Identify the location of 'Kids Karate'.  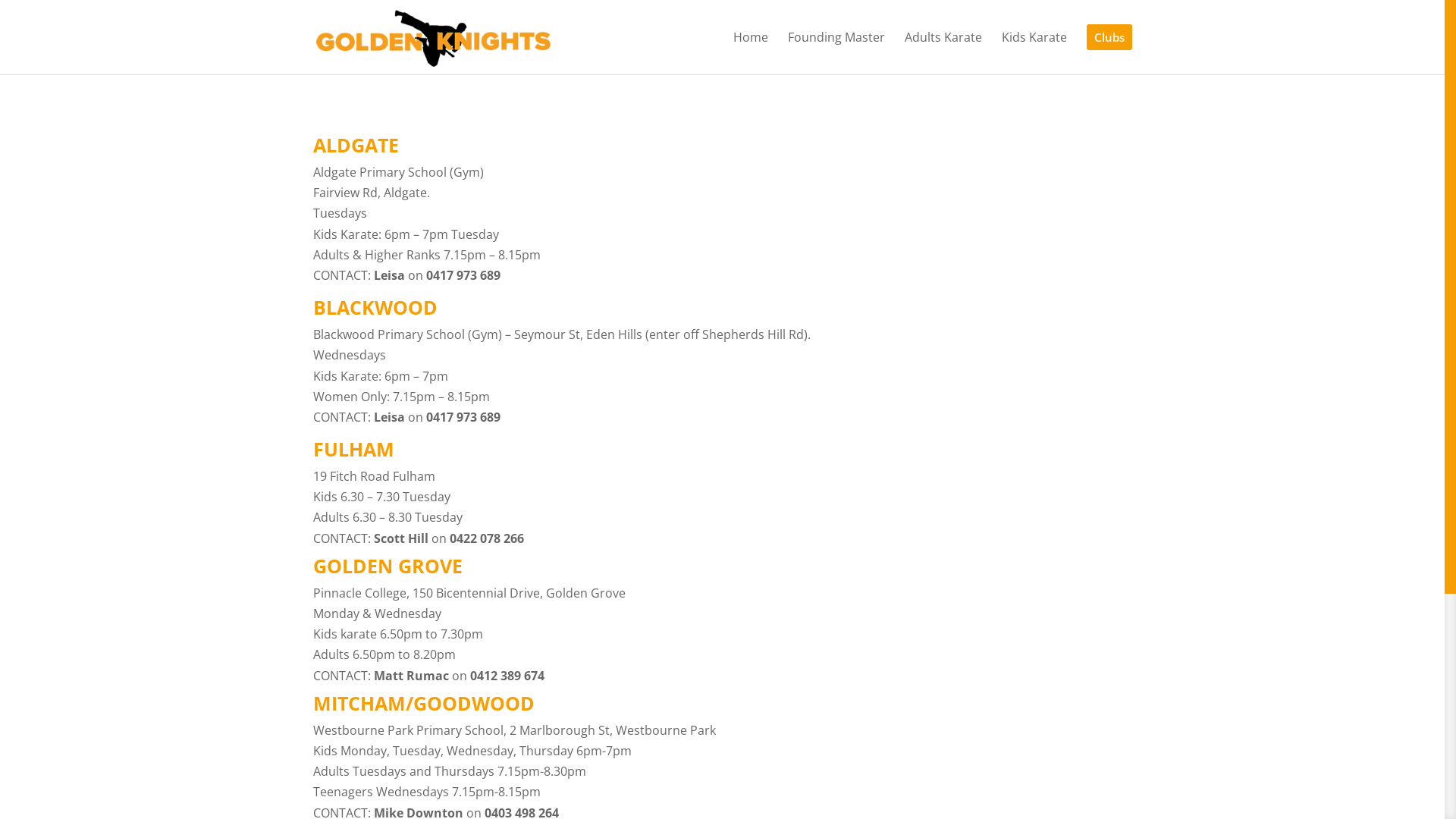
(1001, 52).